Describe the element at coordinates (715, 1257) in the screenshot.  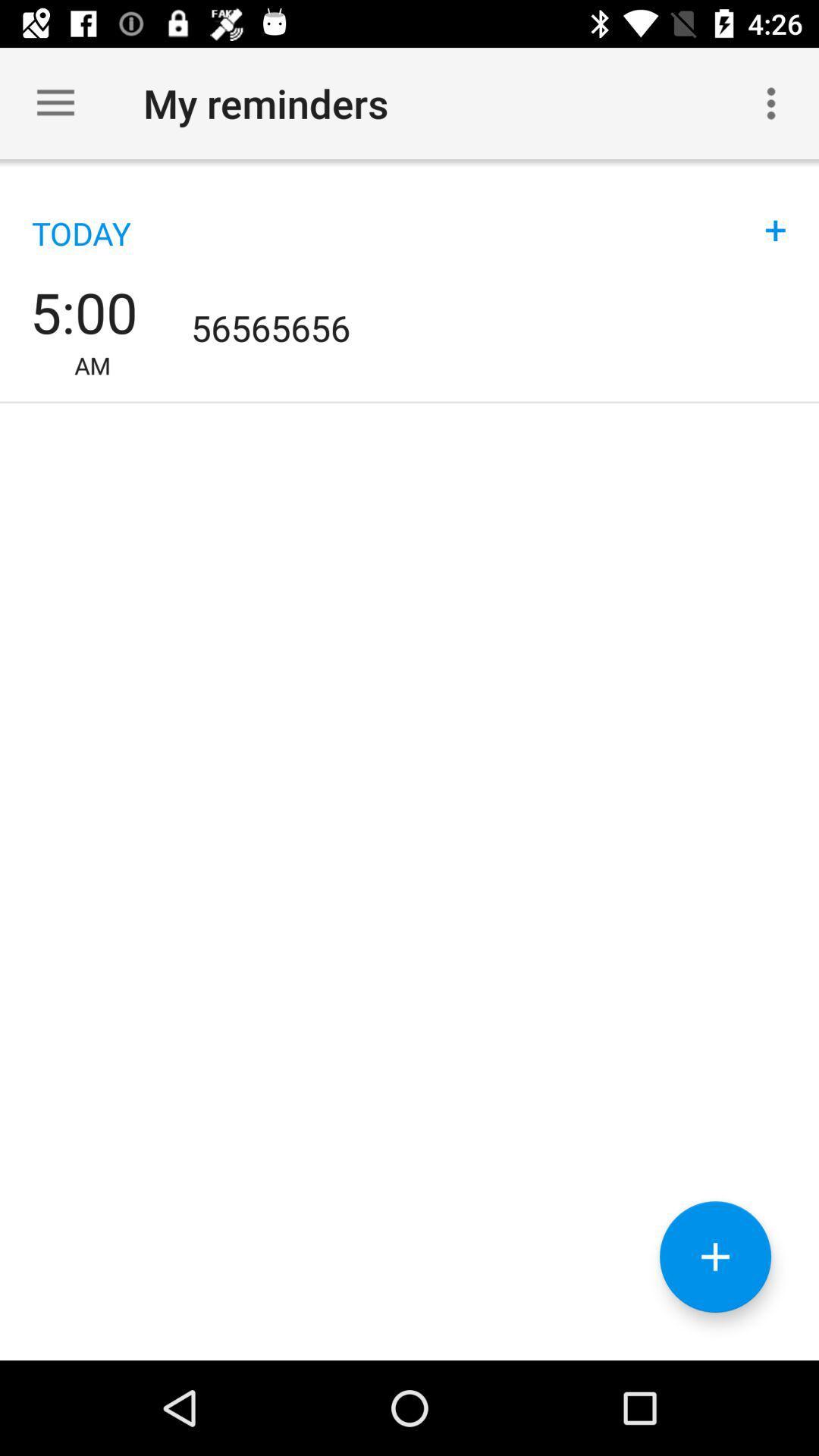
I see `icon below 56565656 item` at that location.